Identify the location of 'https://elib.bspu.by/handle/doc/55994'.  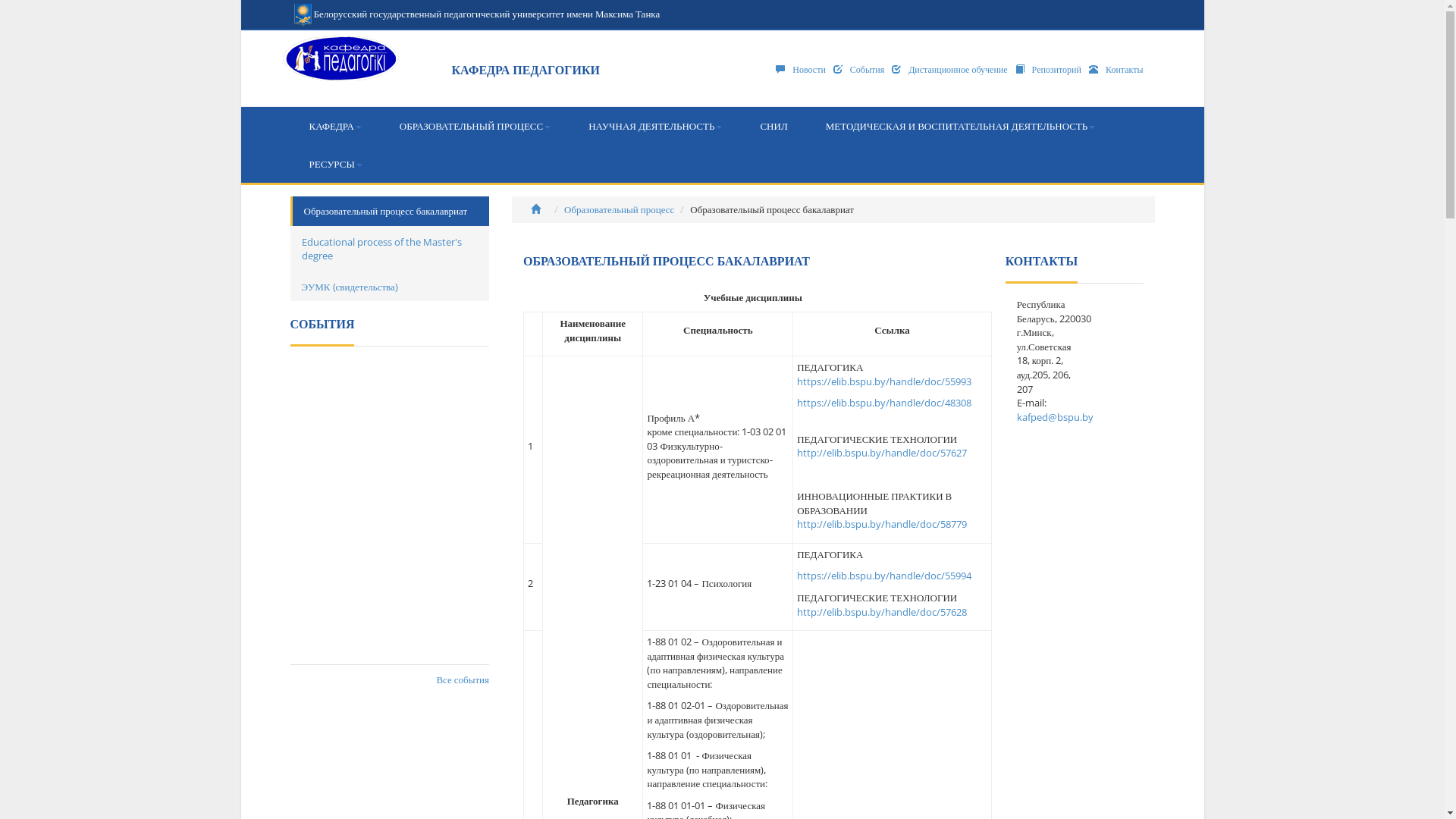
(884, 576).